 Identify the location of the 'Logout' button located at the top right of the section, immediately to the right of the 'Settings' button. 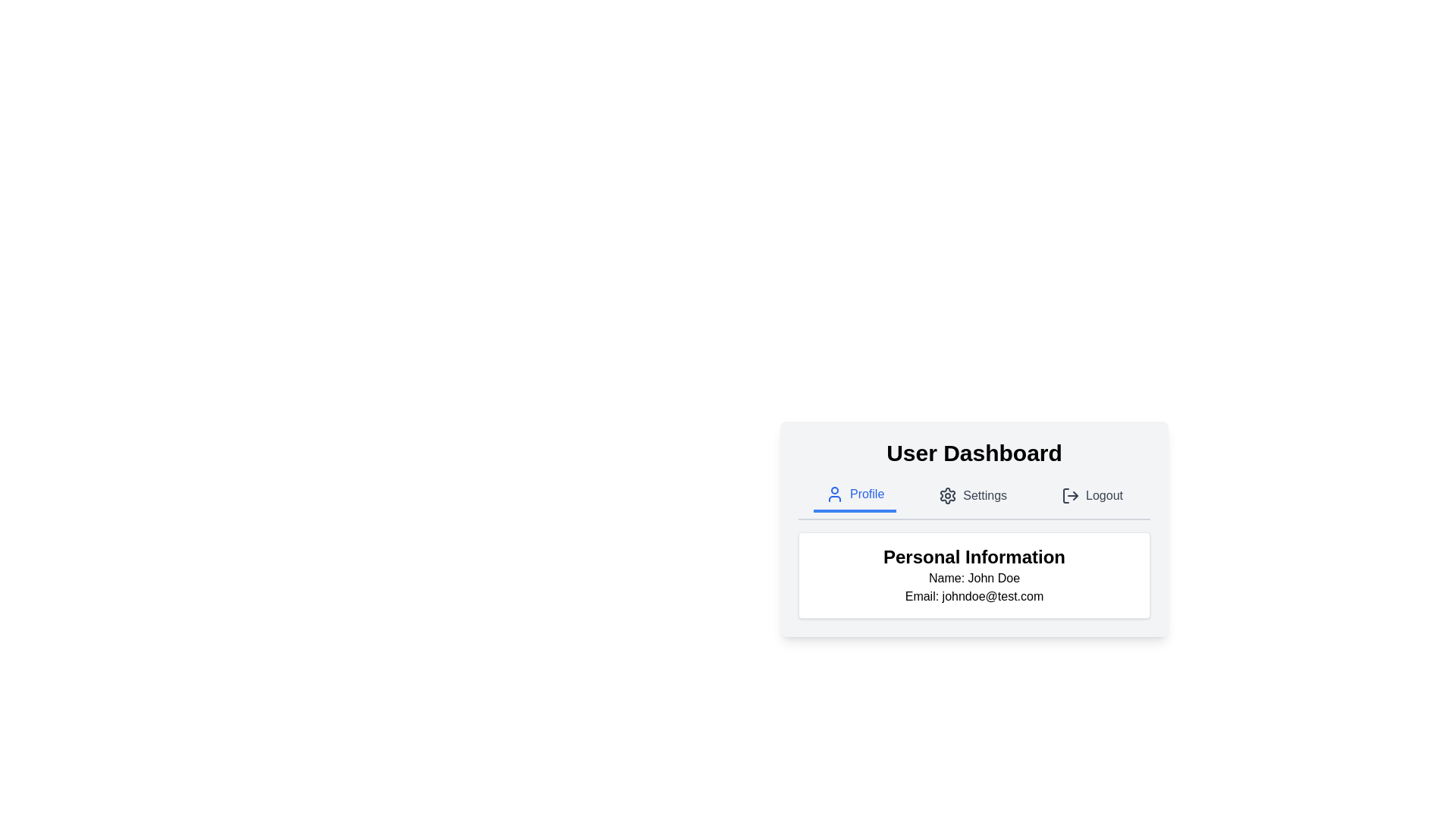
(1092, 496).